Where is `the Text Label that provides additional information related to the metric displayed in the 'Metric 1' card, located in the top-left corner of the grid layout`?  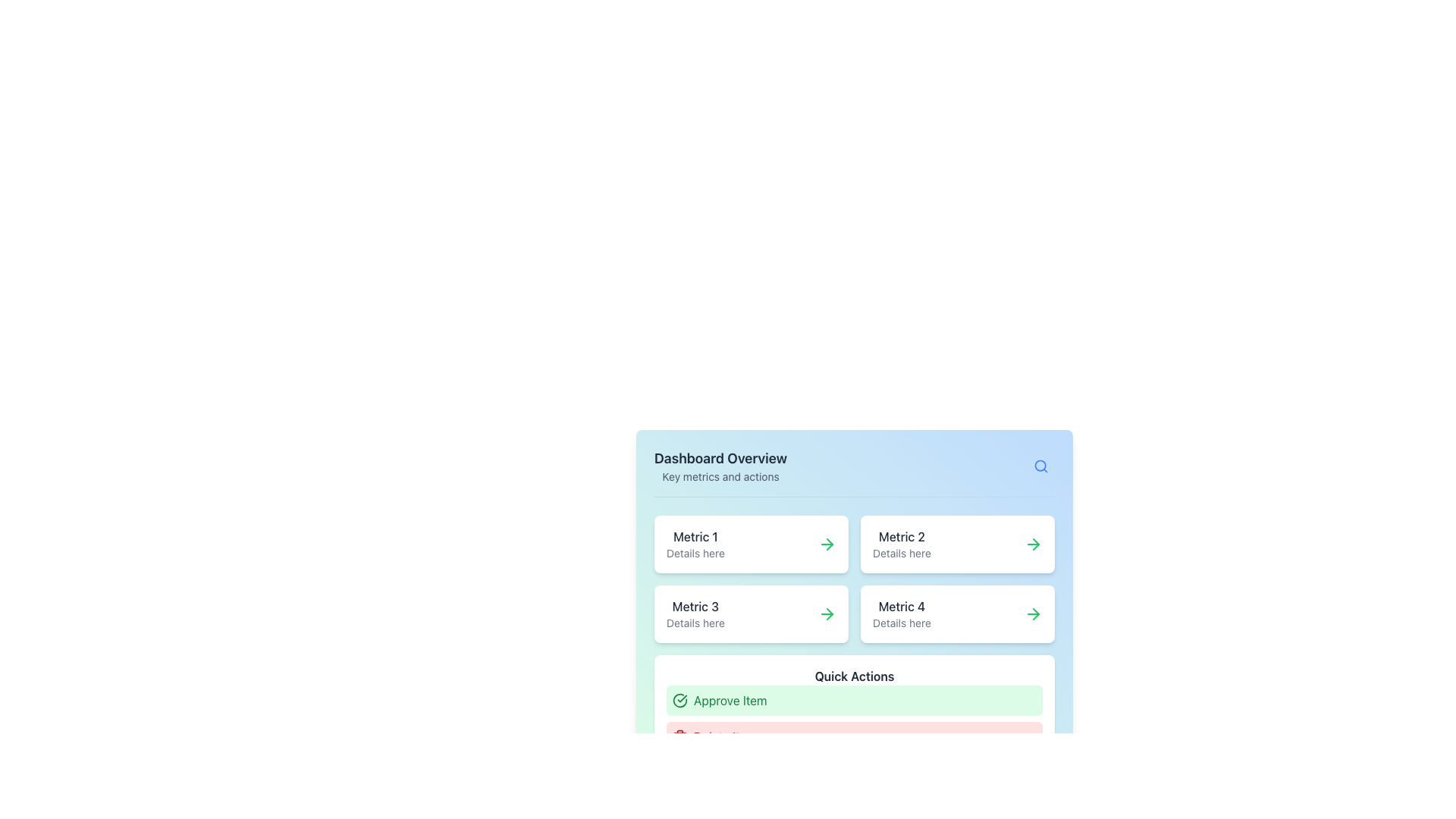
the Text Label that provides additional information related to the metric displayed in the 'Metric 1' card, located in the top-left corner of the grid layout is located at coordinates (695, 553).